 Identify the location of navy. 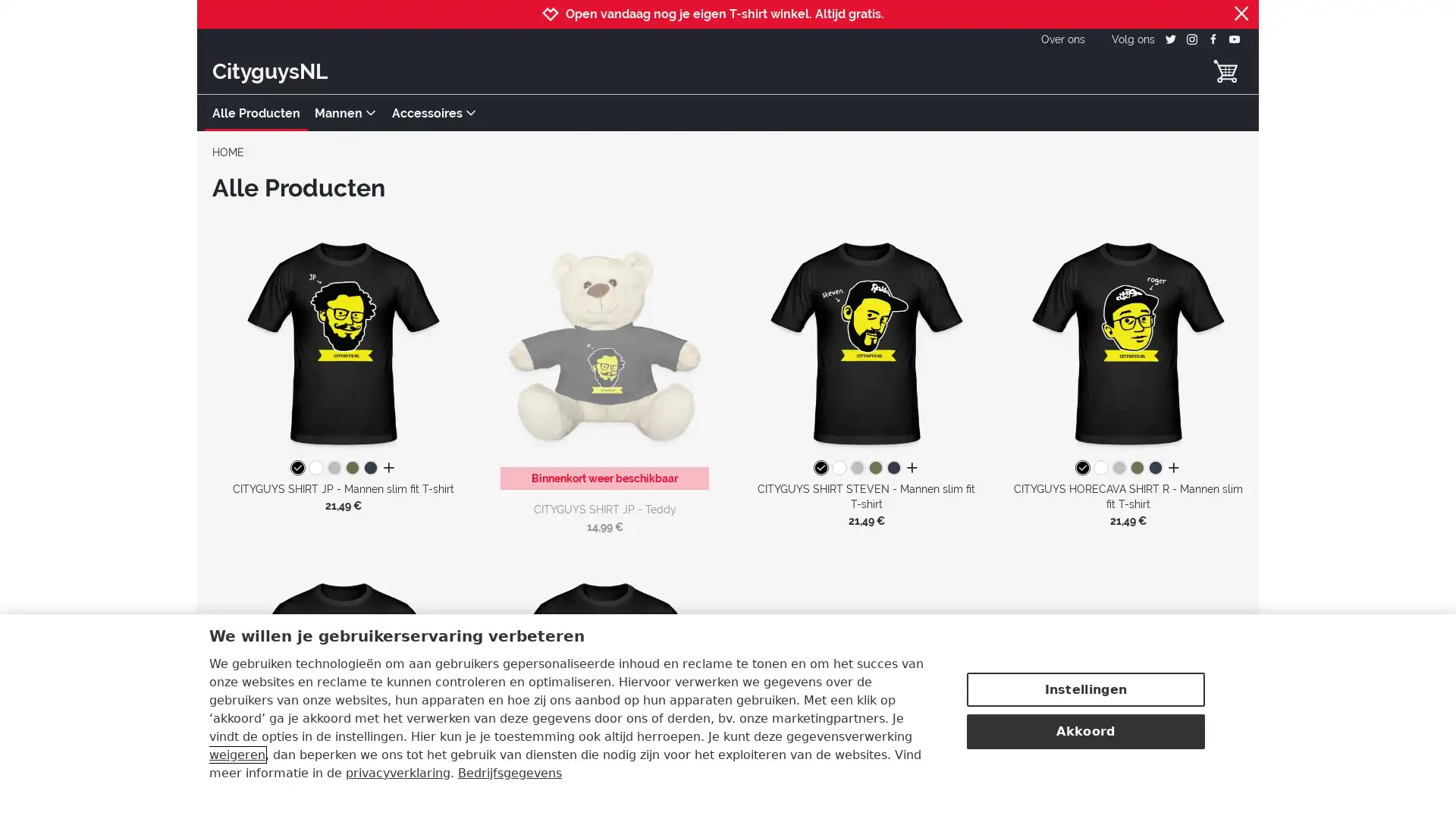
(370, 468).